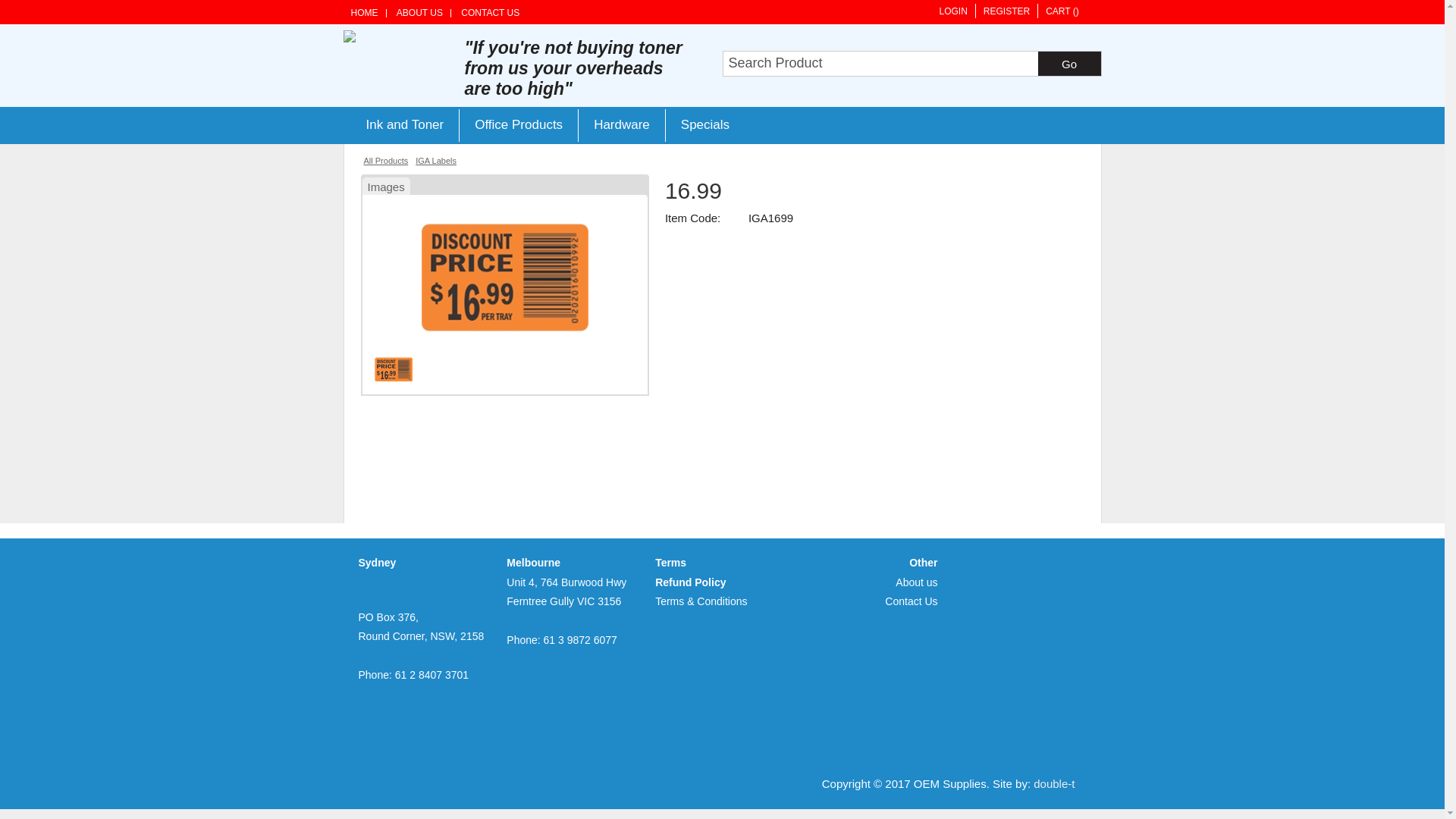  I want to click on 'About us', so click(915, 581).